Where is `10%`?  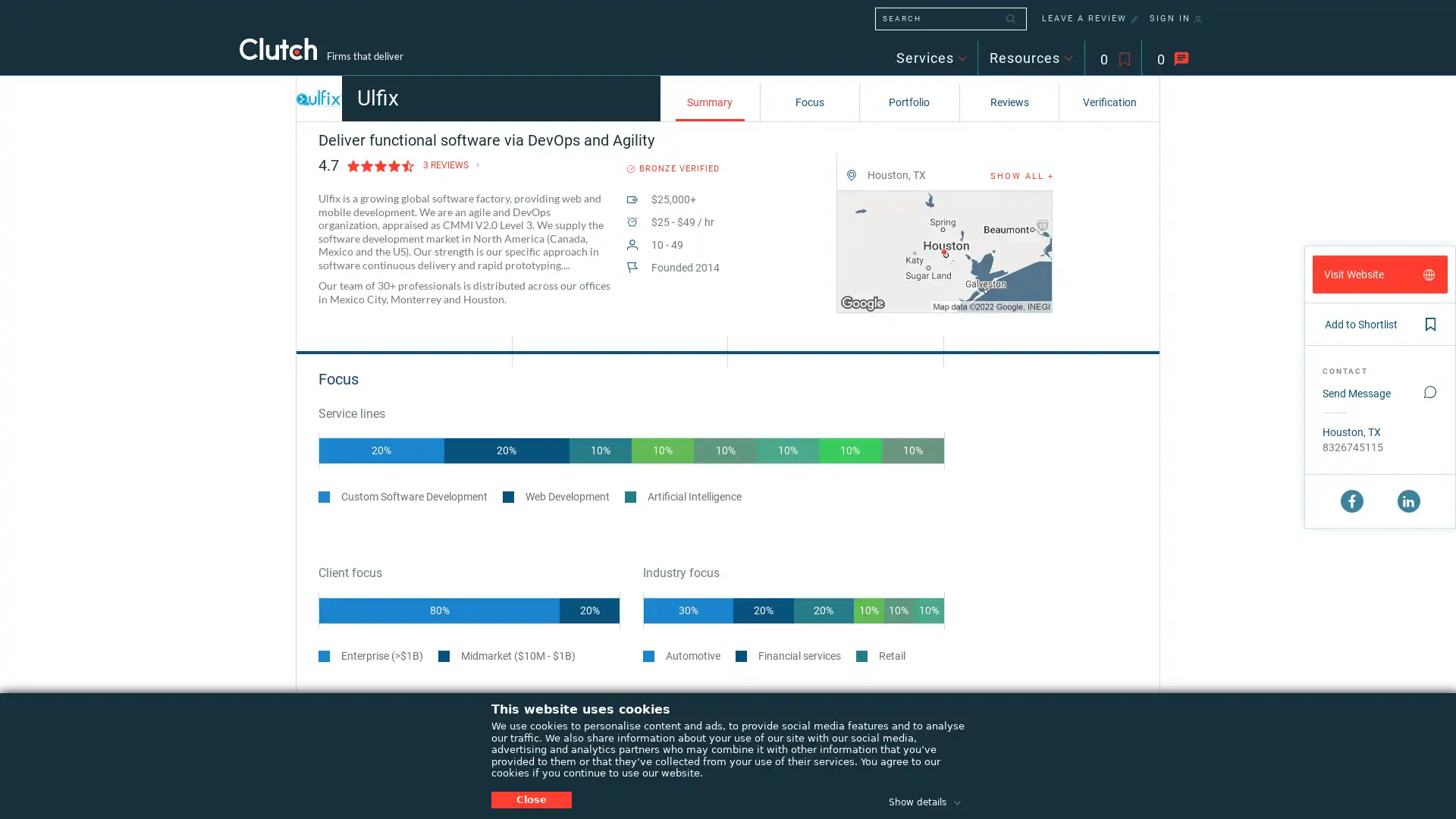 10% is located at coordinates (899, 609).